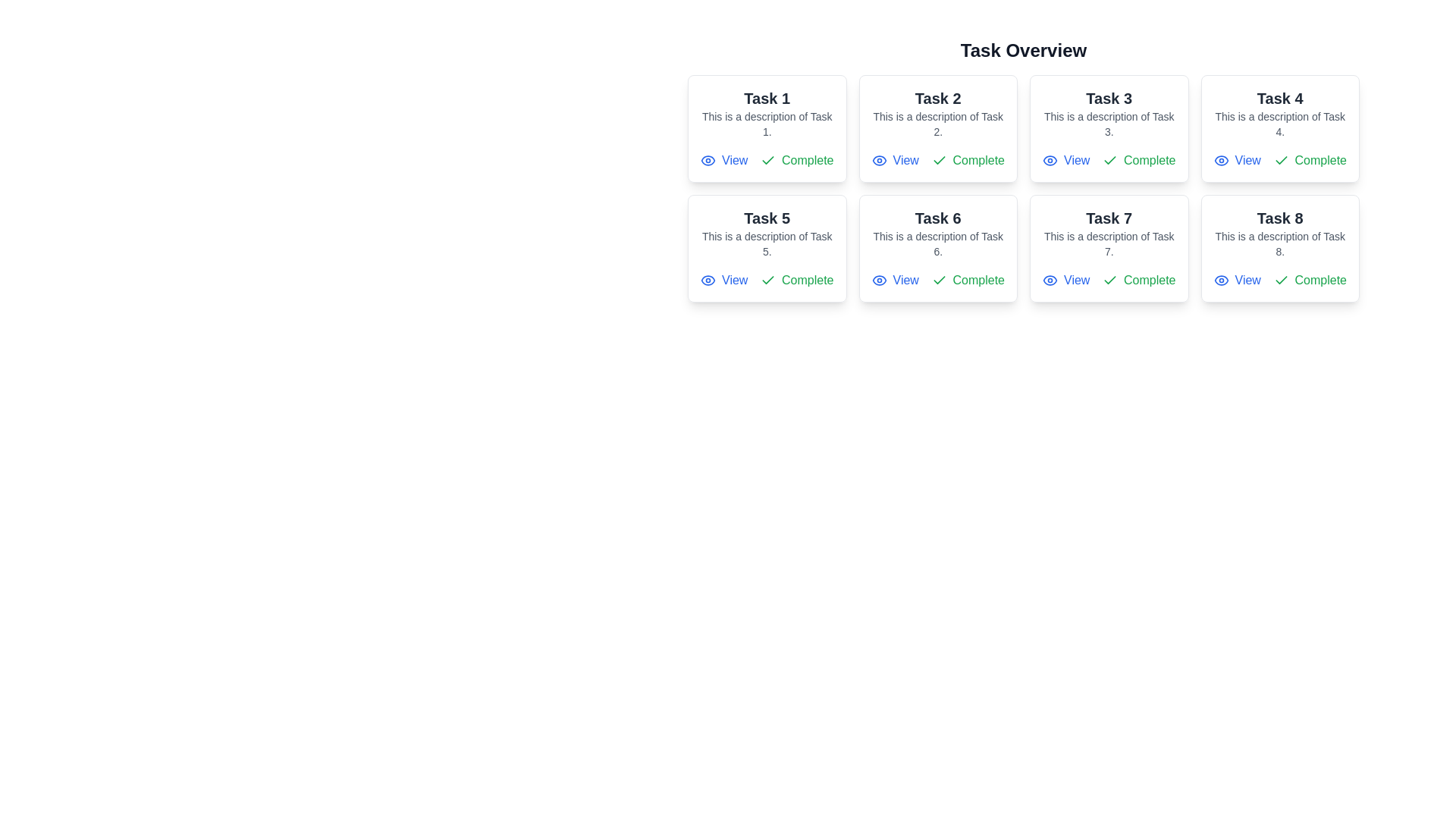 The image size is (1456, 819). Describe the element at coordinates (1221, 281) in the screenshot. I see `the outer elliptical line of the eye icon in the bottom middle row of the task overview grid under 'Task 8'` at that location.